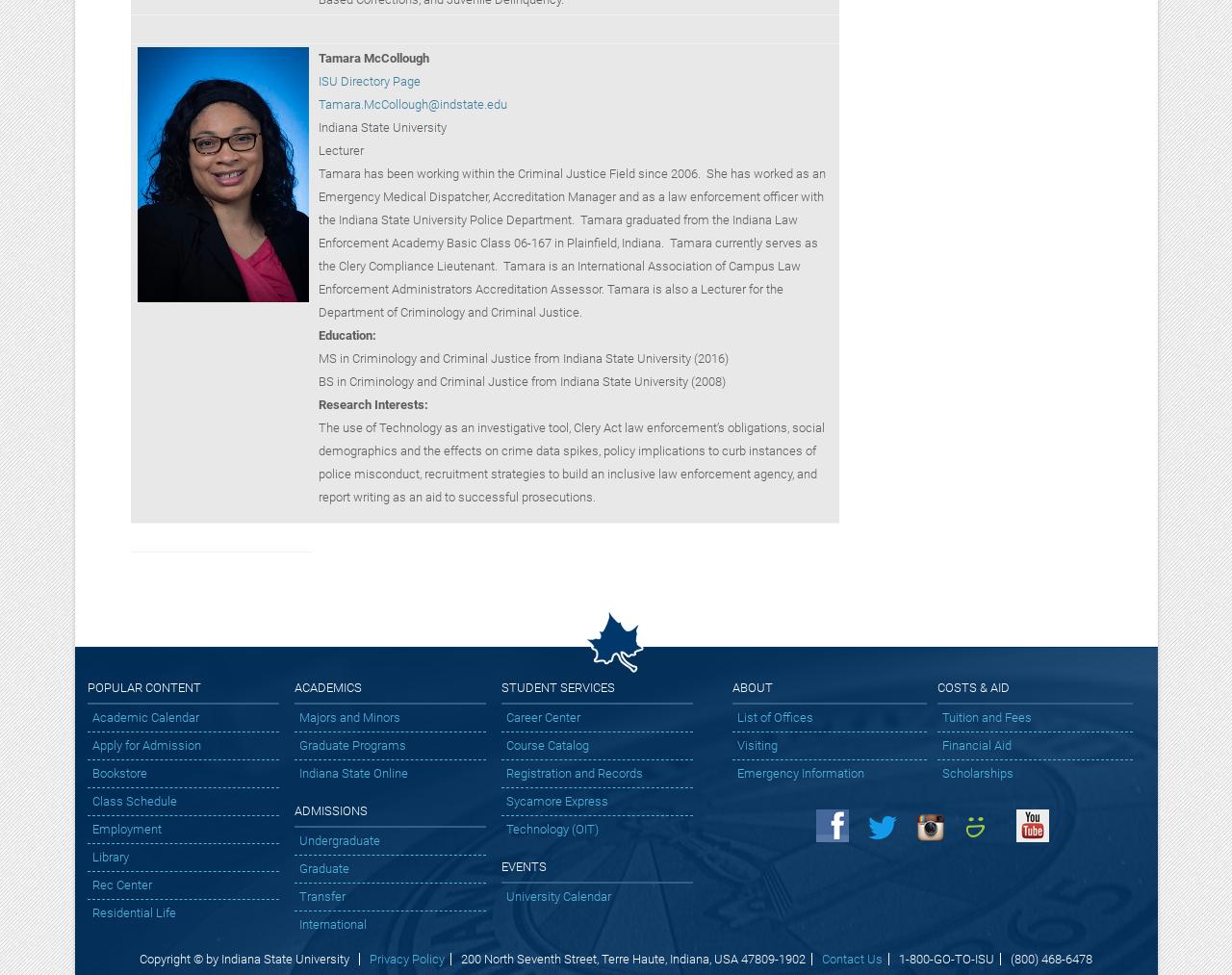  What do you see at coordinates (945, 959) in the screenshot?
I see `'1-800-GO-TO-ISU'` at bounding box center [945, 959].